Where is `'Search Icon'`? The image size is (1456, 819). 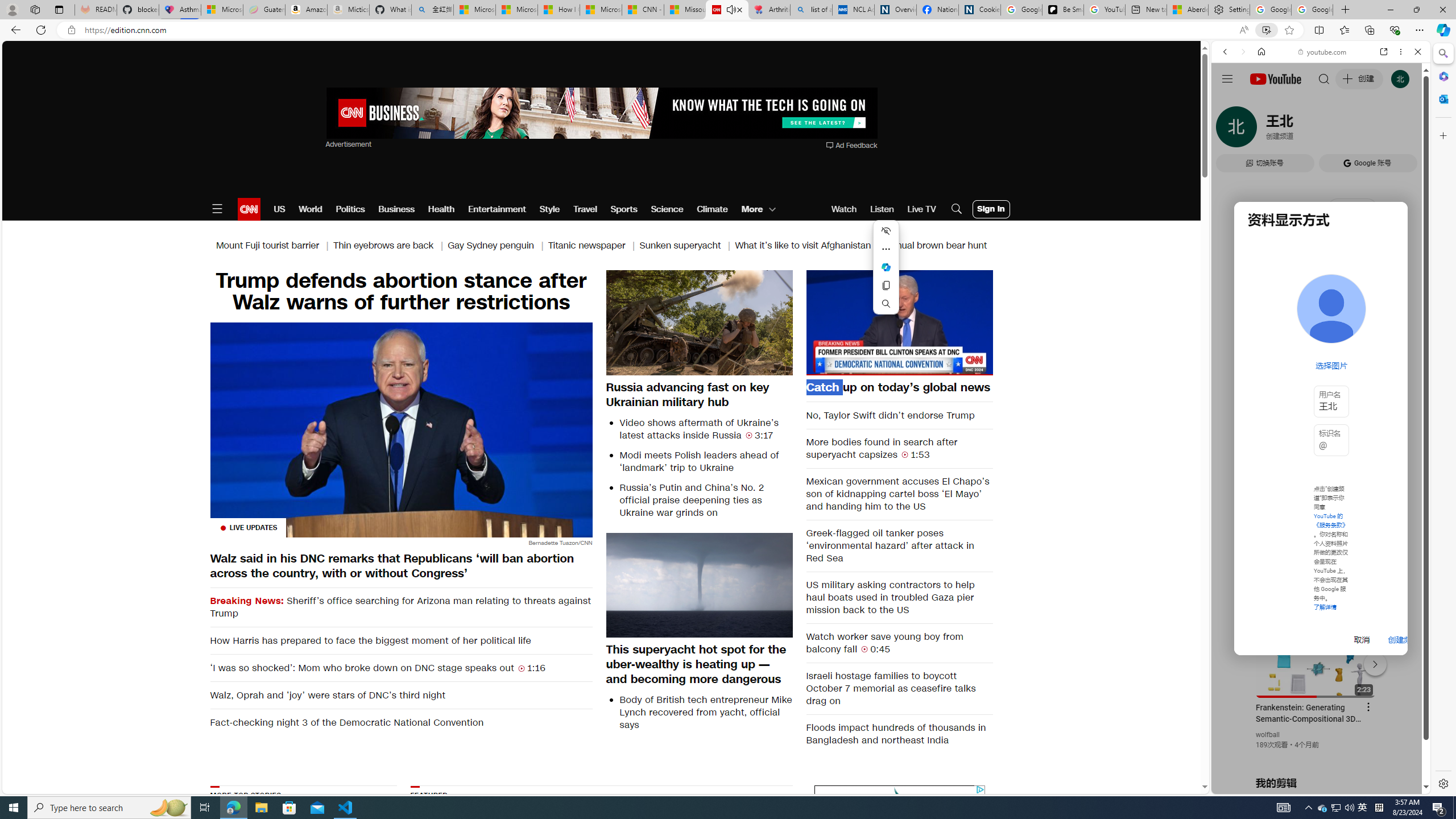
'Search Icon' is located at coordinates (955, 209).